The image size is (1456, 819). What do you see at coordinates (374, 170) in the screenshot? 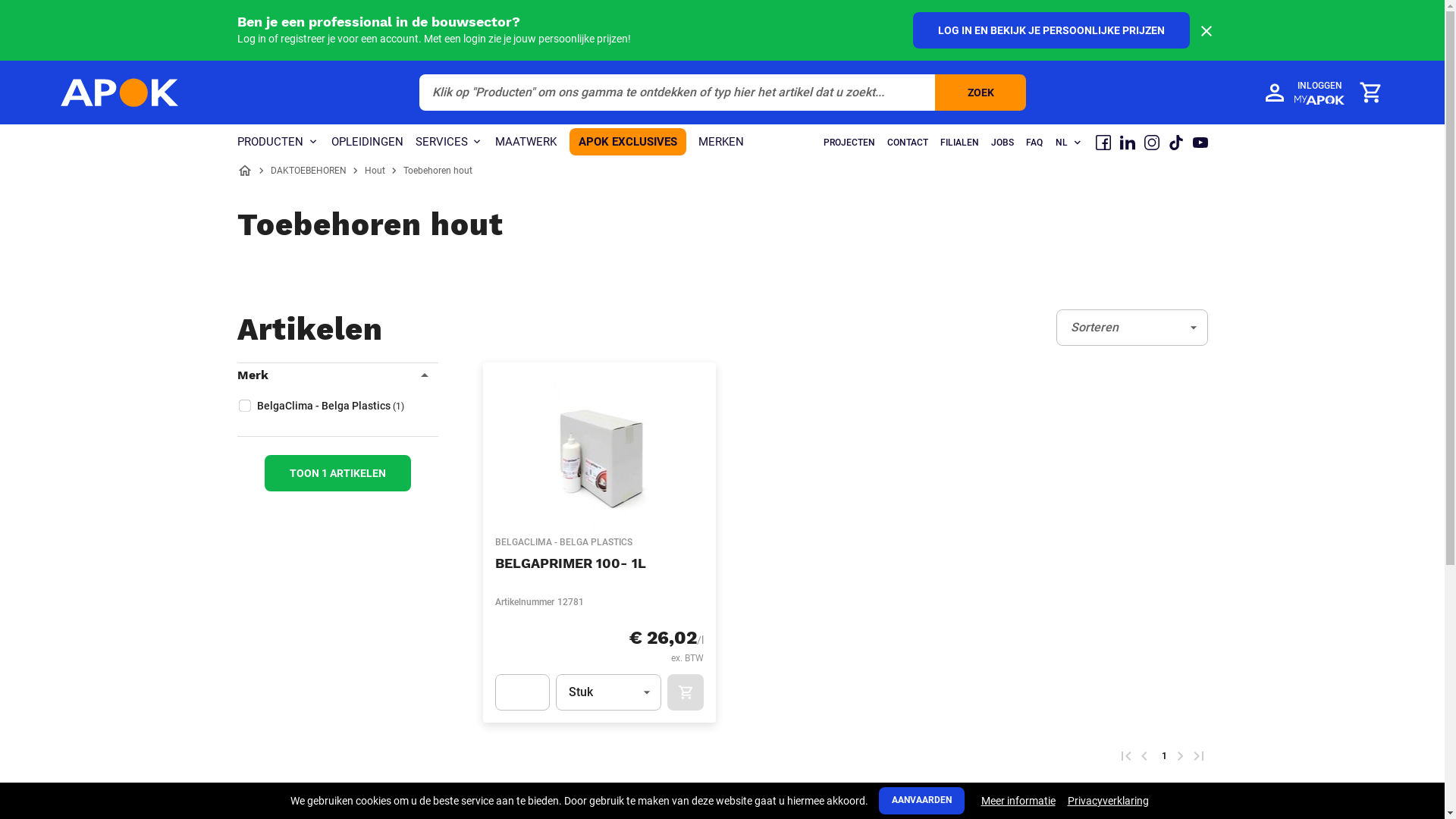
I see `'Hout'` at bounding box center [374, 170].